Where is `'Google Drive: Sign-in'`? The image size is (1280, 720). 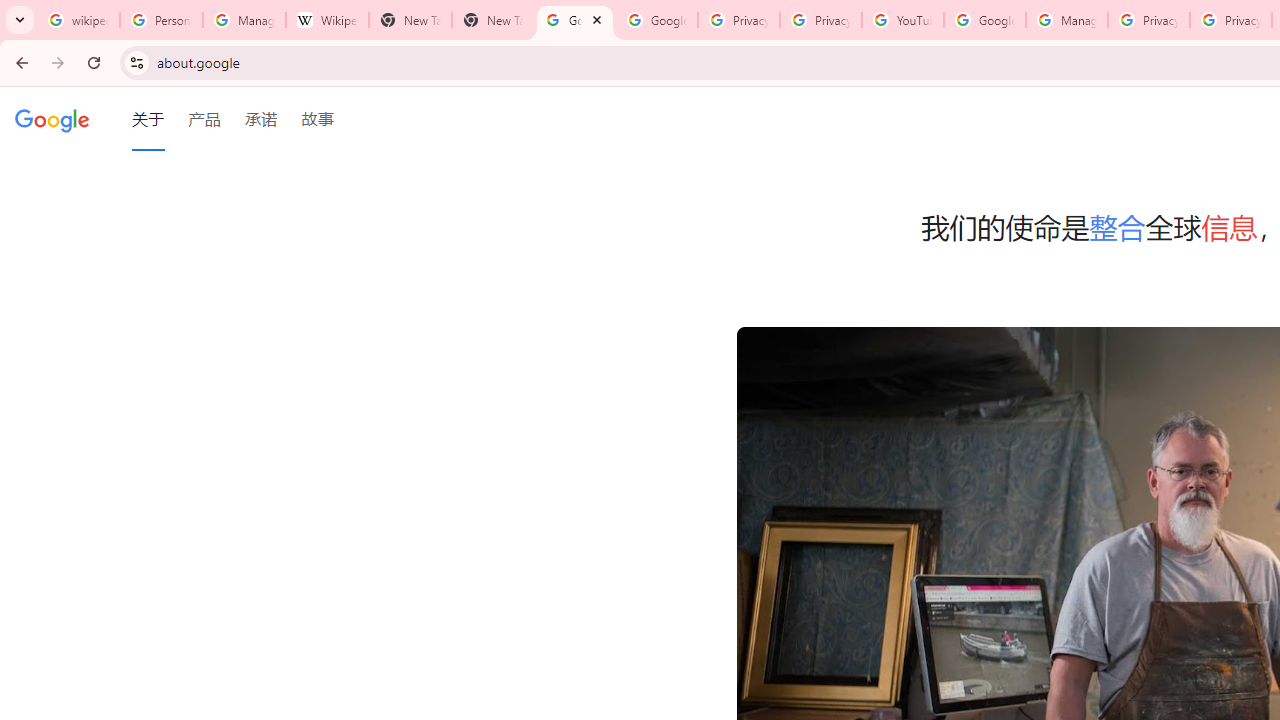
'Google Drive: Sign-in' is located at coordinates (656, 20).